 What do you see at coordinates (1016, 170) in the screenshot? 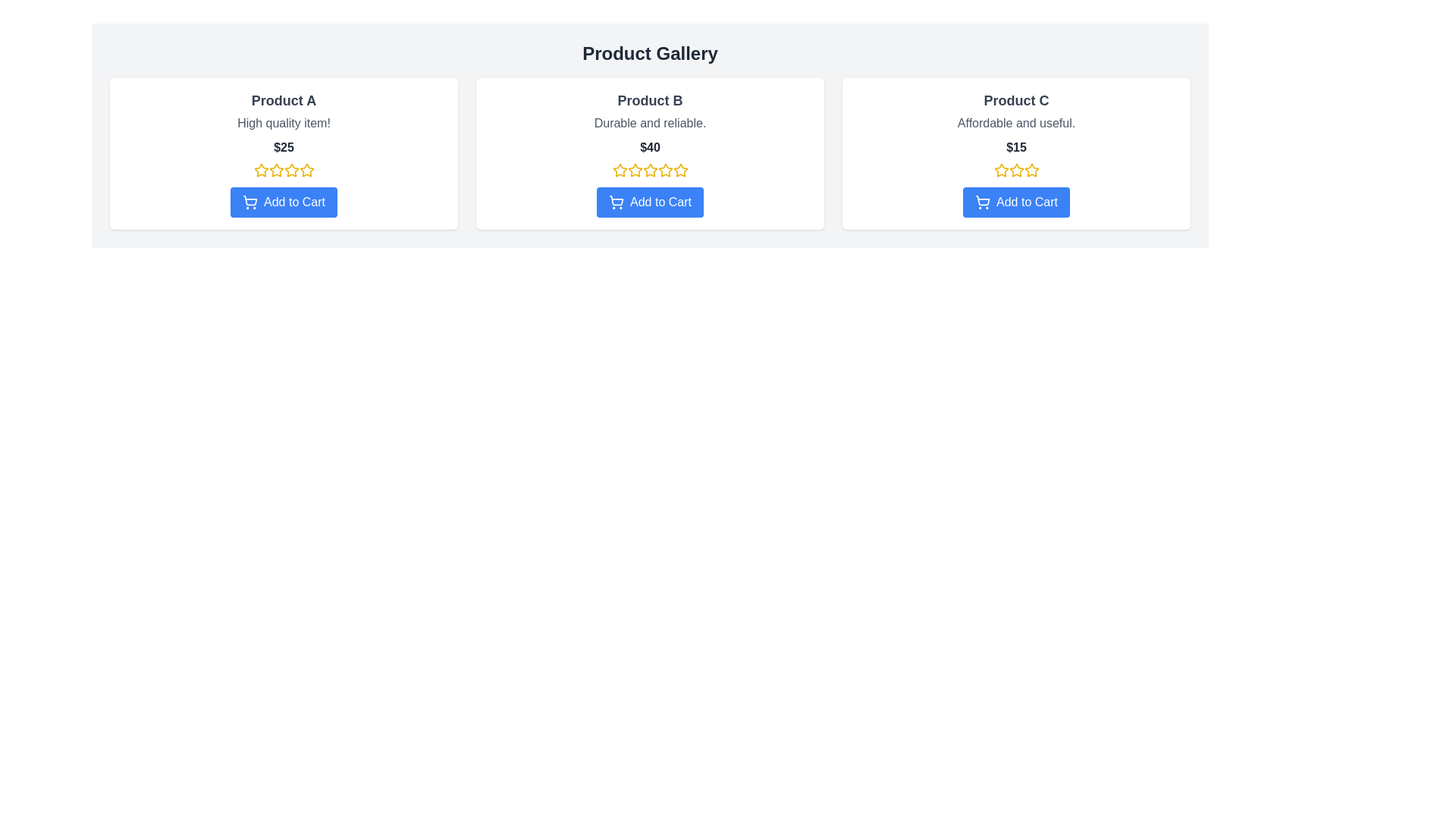
I see `the third star in the rating system located beneath the 'Product C' card` at bounding box center [1016, 170].